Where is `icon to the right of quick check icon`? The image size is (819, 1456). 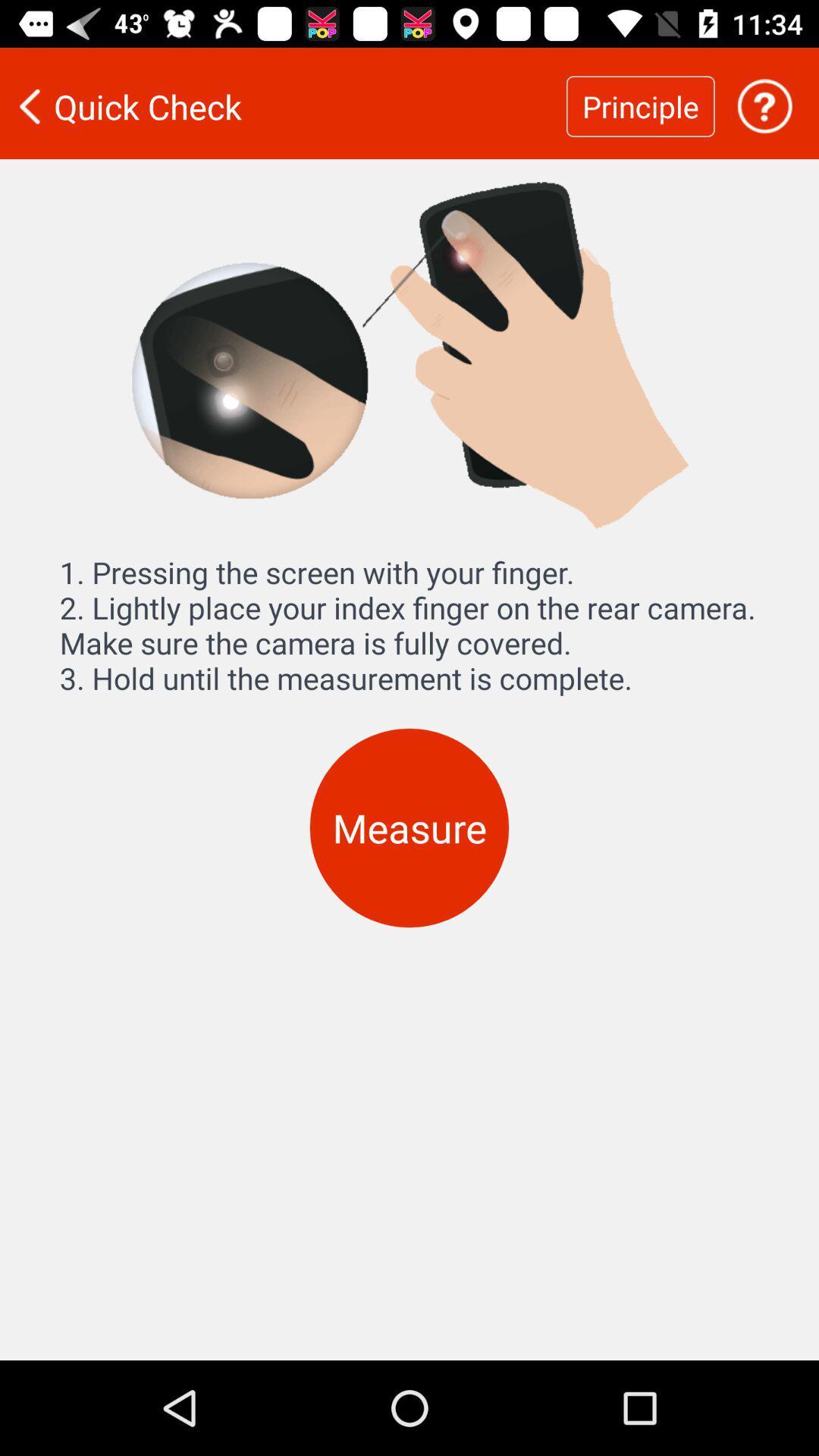 icon to the right of quick check icon is located at coordinates (640, 105).